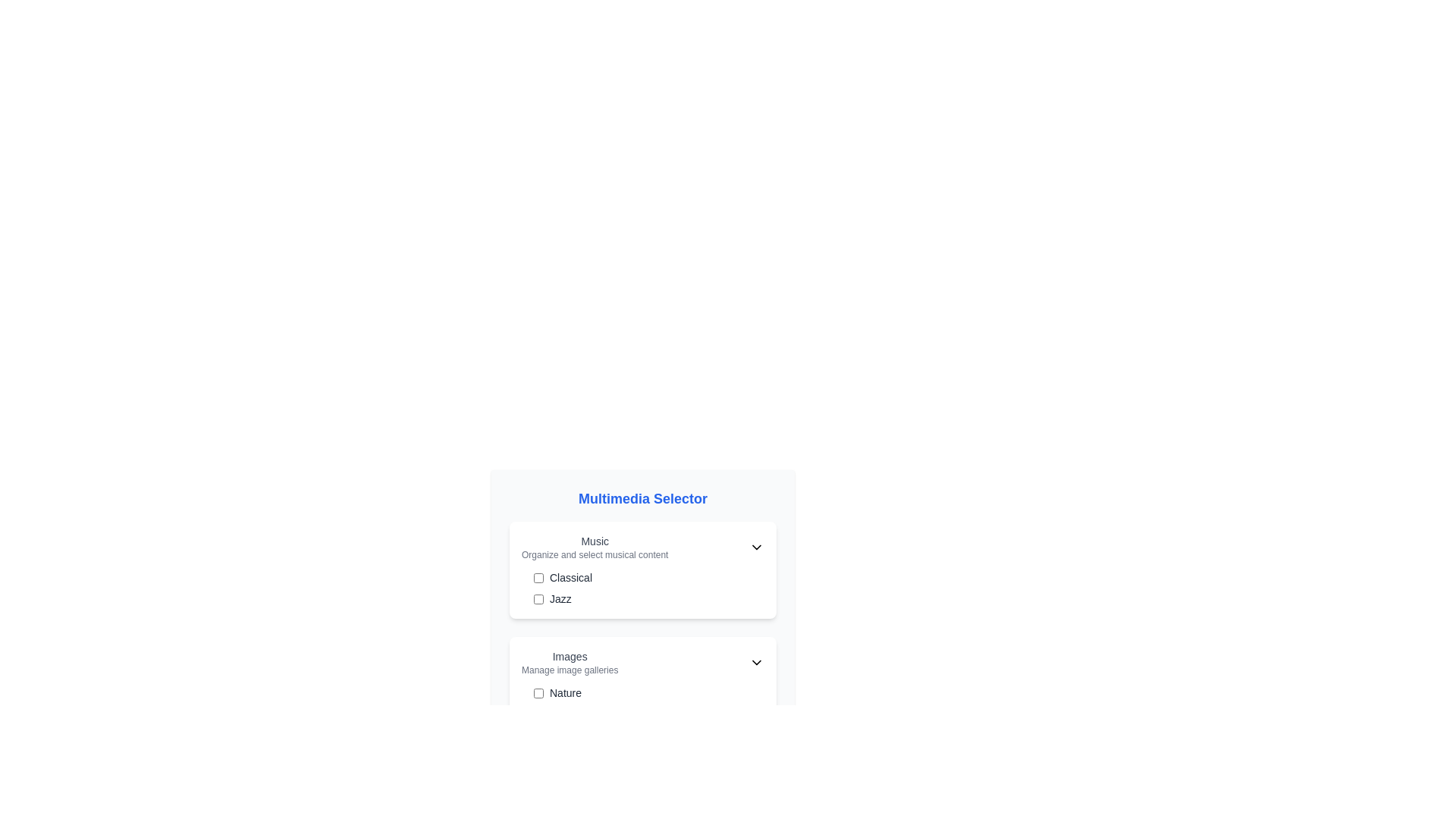 The image size is (1456, 819). Describe the element at coordinates (757, 662) in the screenshot. I see `the dropdown toggle (expand/collapse caret) located in the 'Images' section next to 'Manage image galleries'` at that location.